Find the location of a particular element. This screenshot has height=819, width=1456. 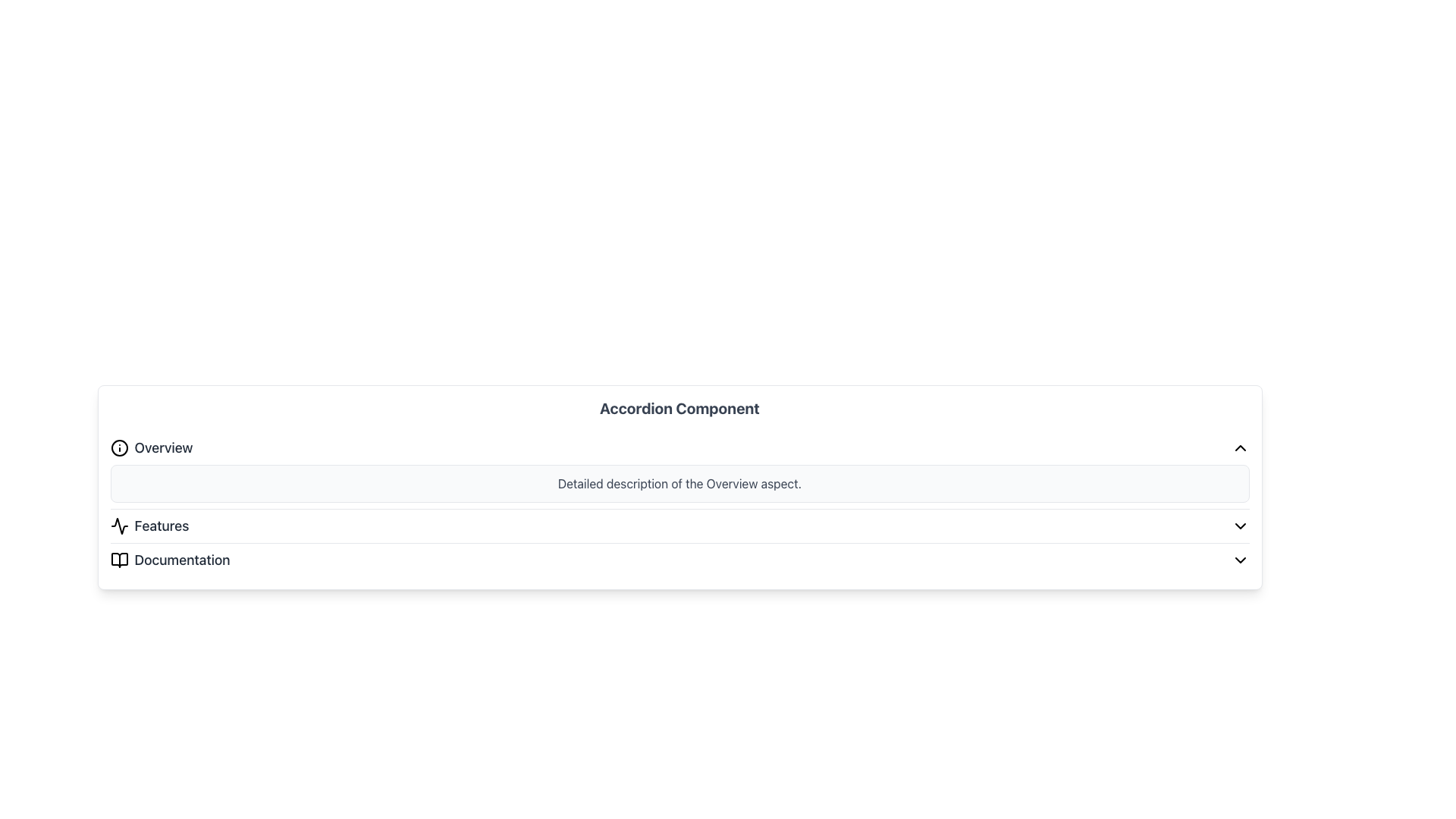

the third item in the vertical list labeled as a Label with an associated icon is located at coordinates (170, 560).